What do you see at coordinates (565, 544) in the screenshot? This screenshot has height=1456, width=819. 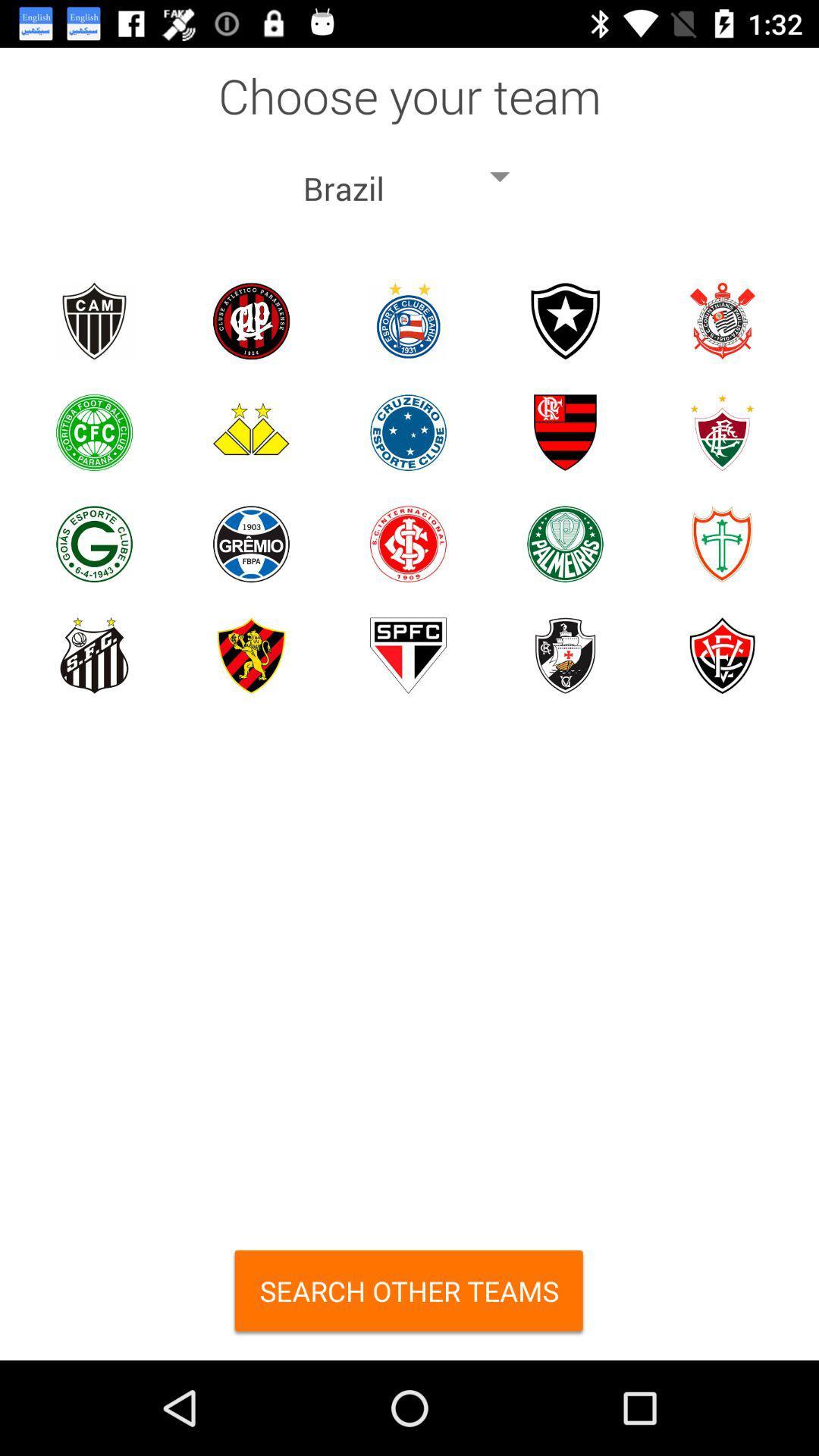 I see `pick palmeiras team` at bounding box center [565, 544].